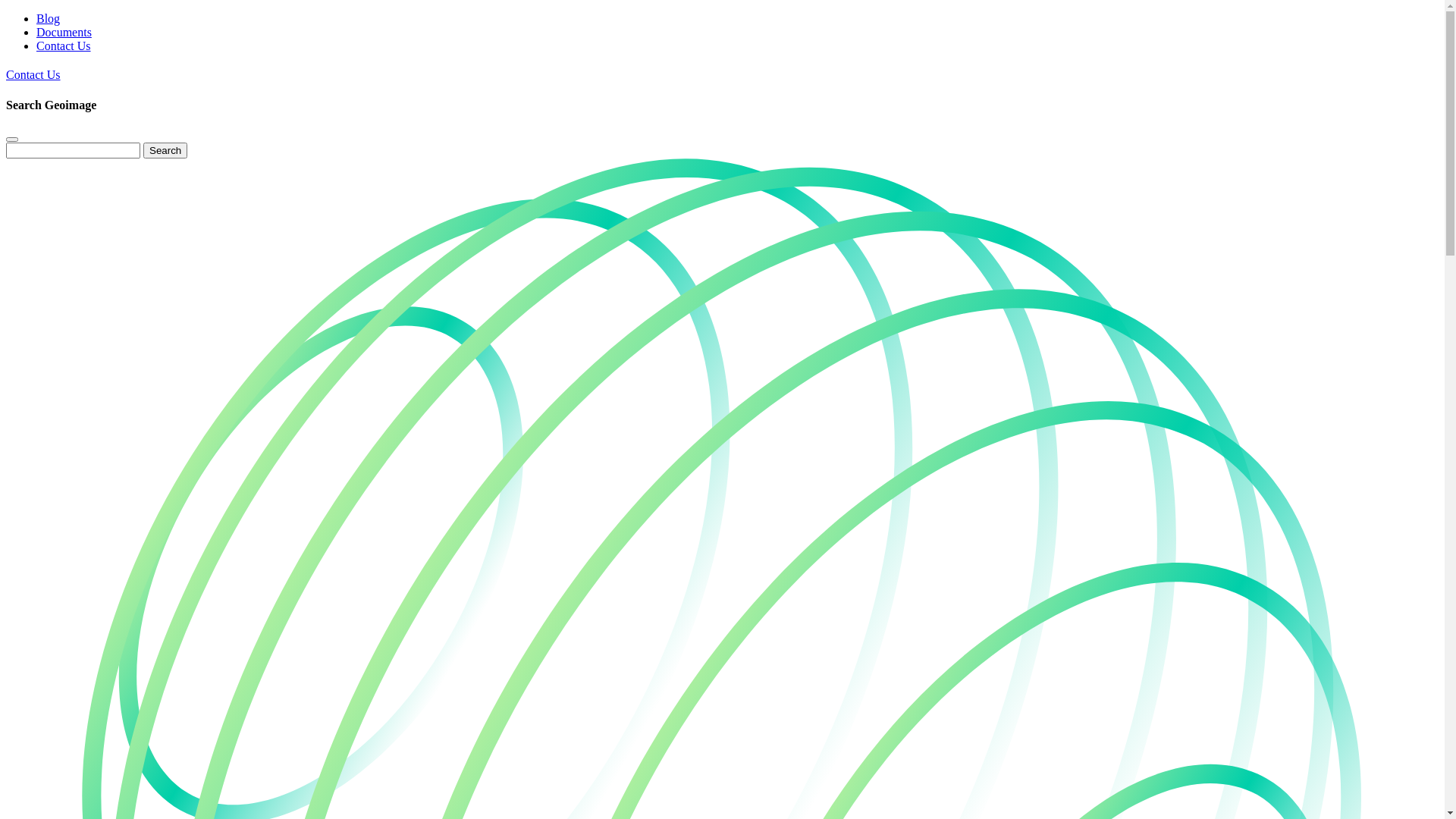 Image resolution: width=1456 pixels, height=819 pixels. Describe the element at coordinates (48, 18) in the screenshot. I see `'Blog'` at that location.